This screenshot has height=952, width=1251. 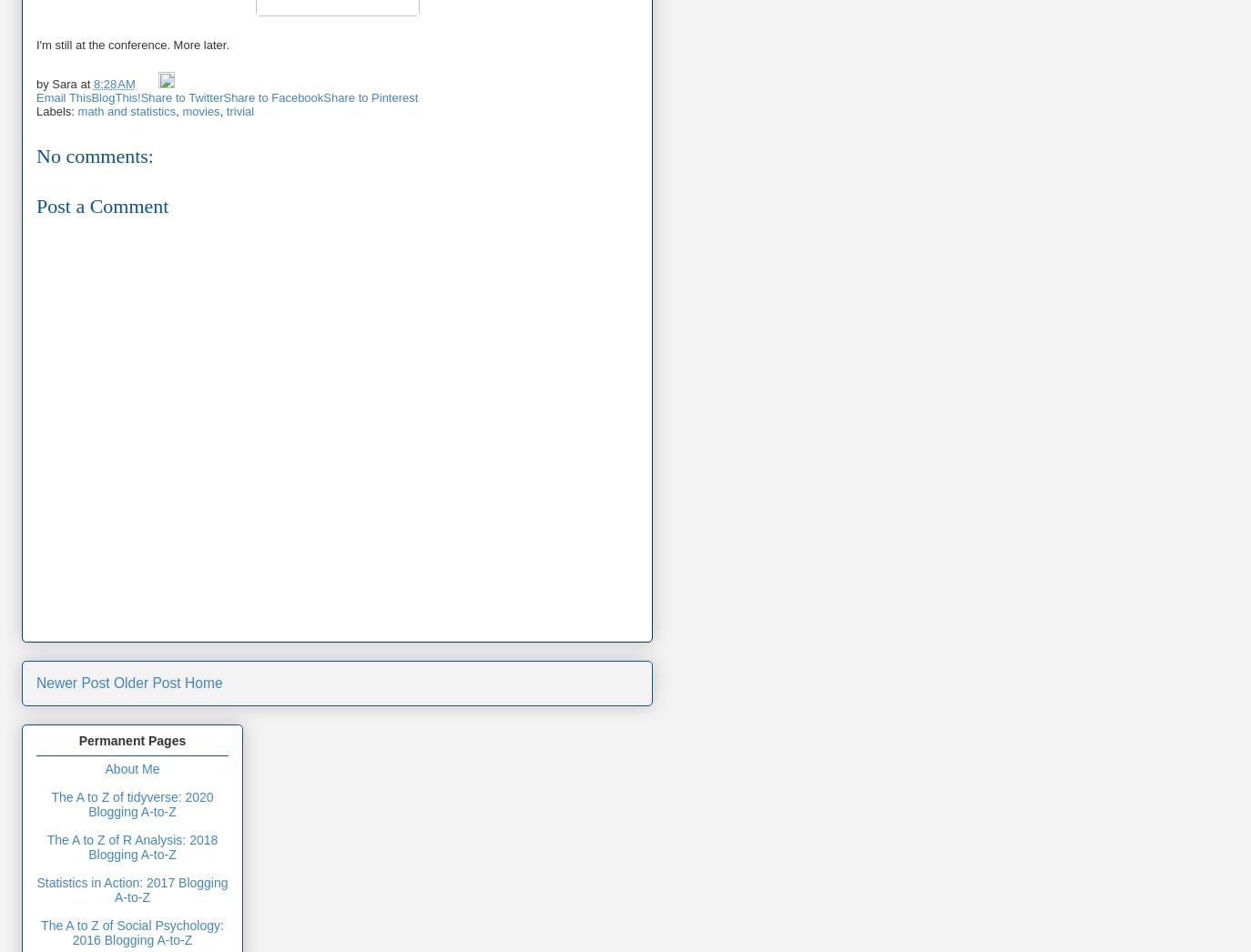 What do you see at coordinates (63, 83) in the screenshot?
I see `'Sara'` at bounding box center [63, 83].